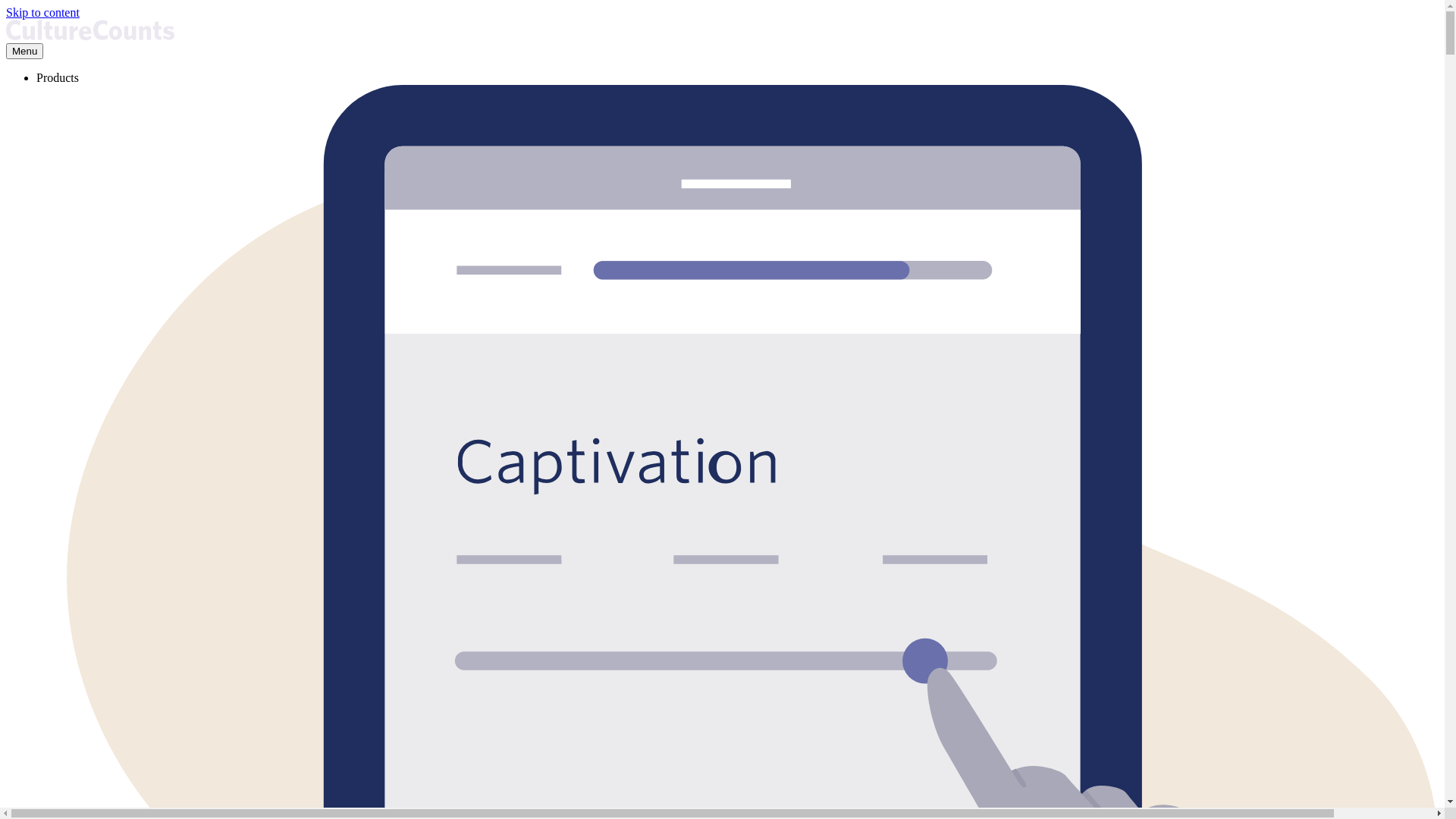  What do you see at coordinates (42, 12) in the screenshot?
I see `'Skip to content'` at bounding box center [42, 12].